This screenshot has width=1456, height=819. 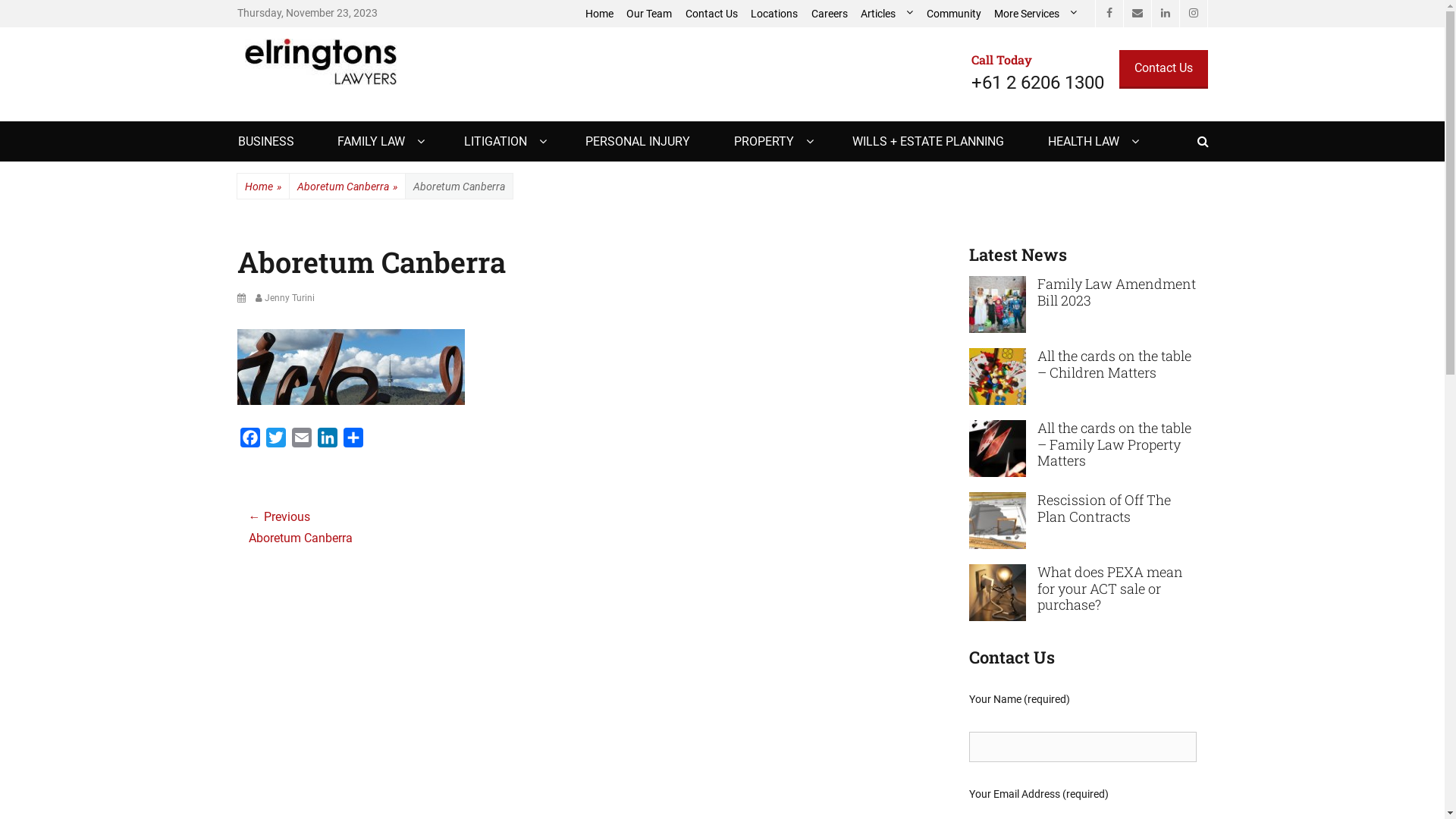 I want to click on 'HEALTH LAW', so click(x=1090, y=141).